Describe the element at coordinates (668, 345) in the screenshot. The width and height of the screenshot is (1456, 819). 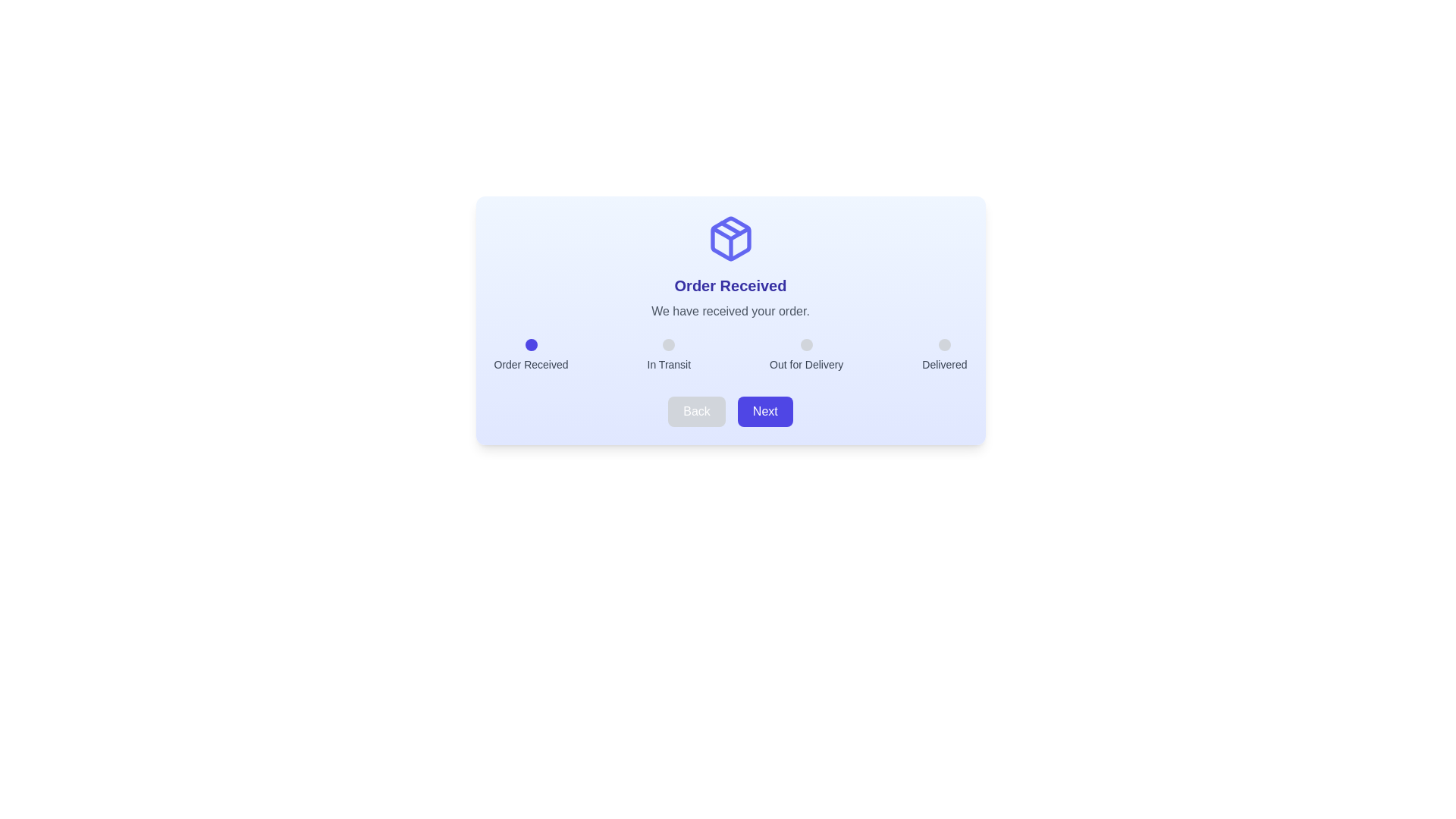
I see `the step indicator for In Transit to highlight it` at that location.